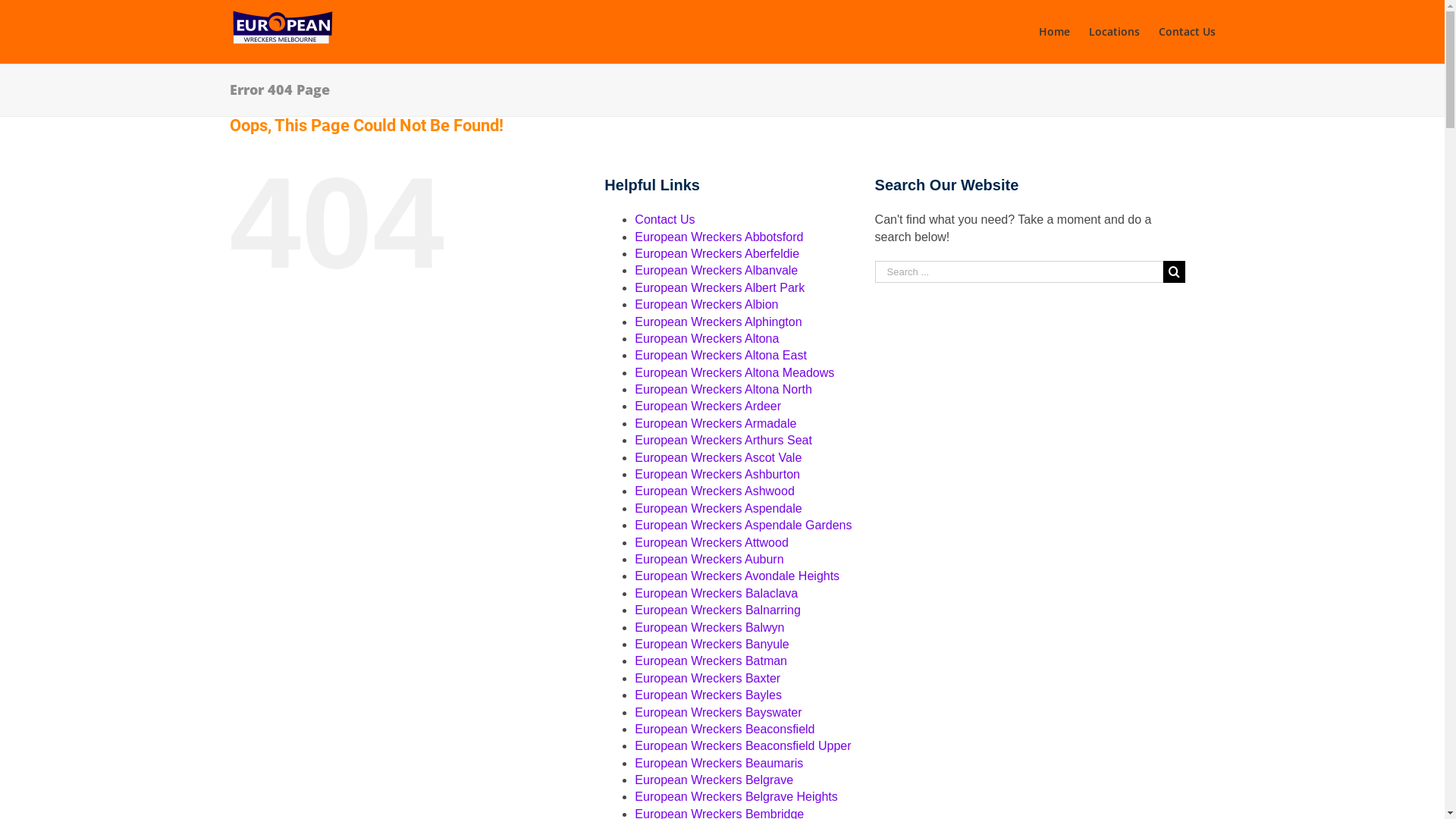 The height and width of the screenshot is (819, 1456). What do you see at coordinates (717, 457) in the screenshot?
I see `'European Wreckers Ascot Vale'` at bounding box center [717, 457].